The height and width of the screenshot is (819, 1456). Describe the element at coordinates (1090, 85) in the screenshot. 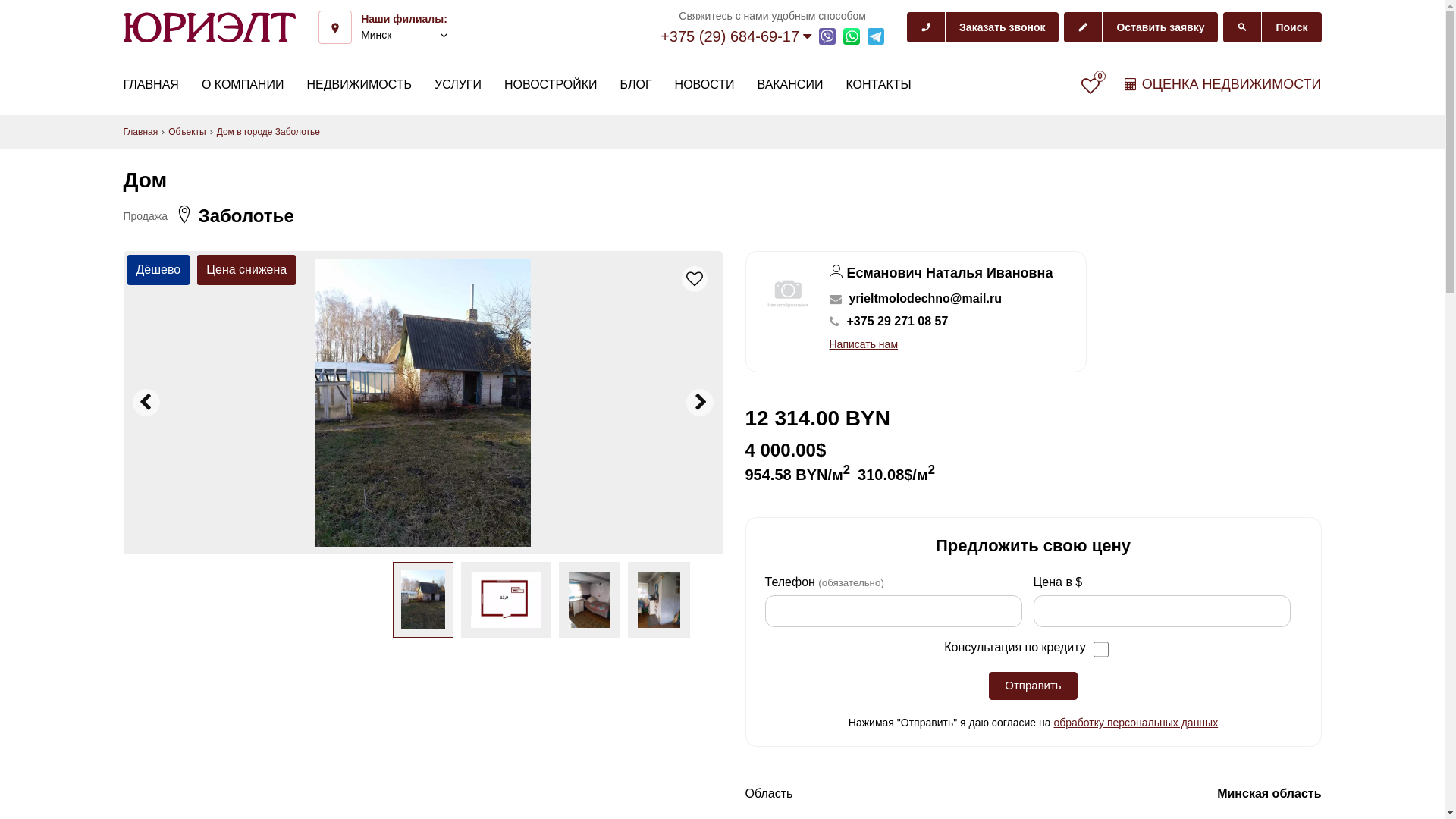

I see `'0'` at that location.